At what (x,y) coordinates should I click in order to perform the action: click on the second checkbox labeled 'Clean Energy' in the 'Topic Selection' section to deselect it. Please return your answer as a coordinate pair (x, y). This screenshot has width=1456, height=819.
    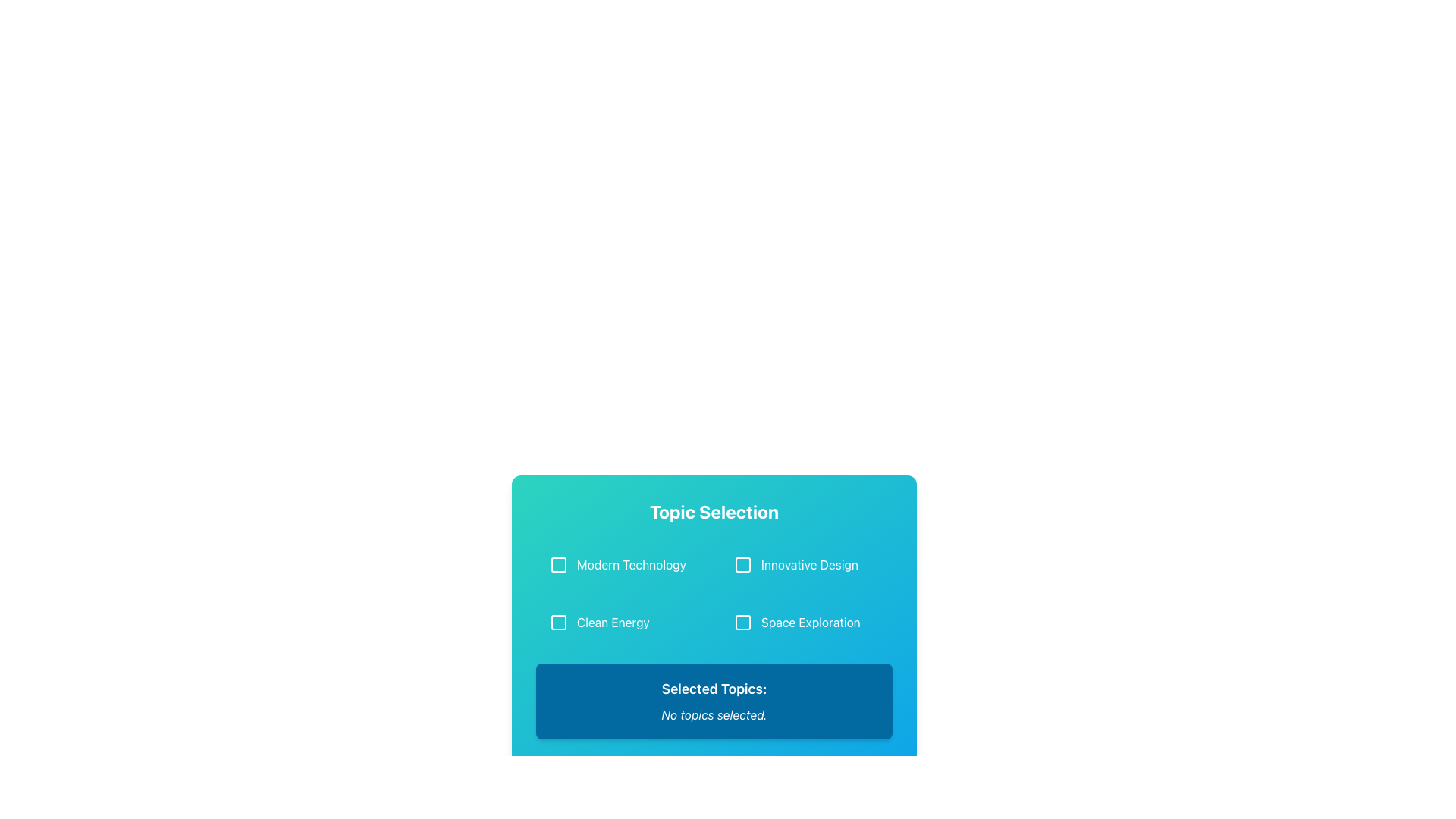
    Looking at the image, I should click on (558, 623).